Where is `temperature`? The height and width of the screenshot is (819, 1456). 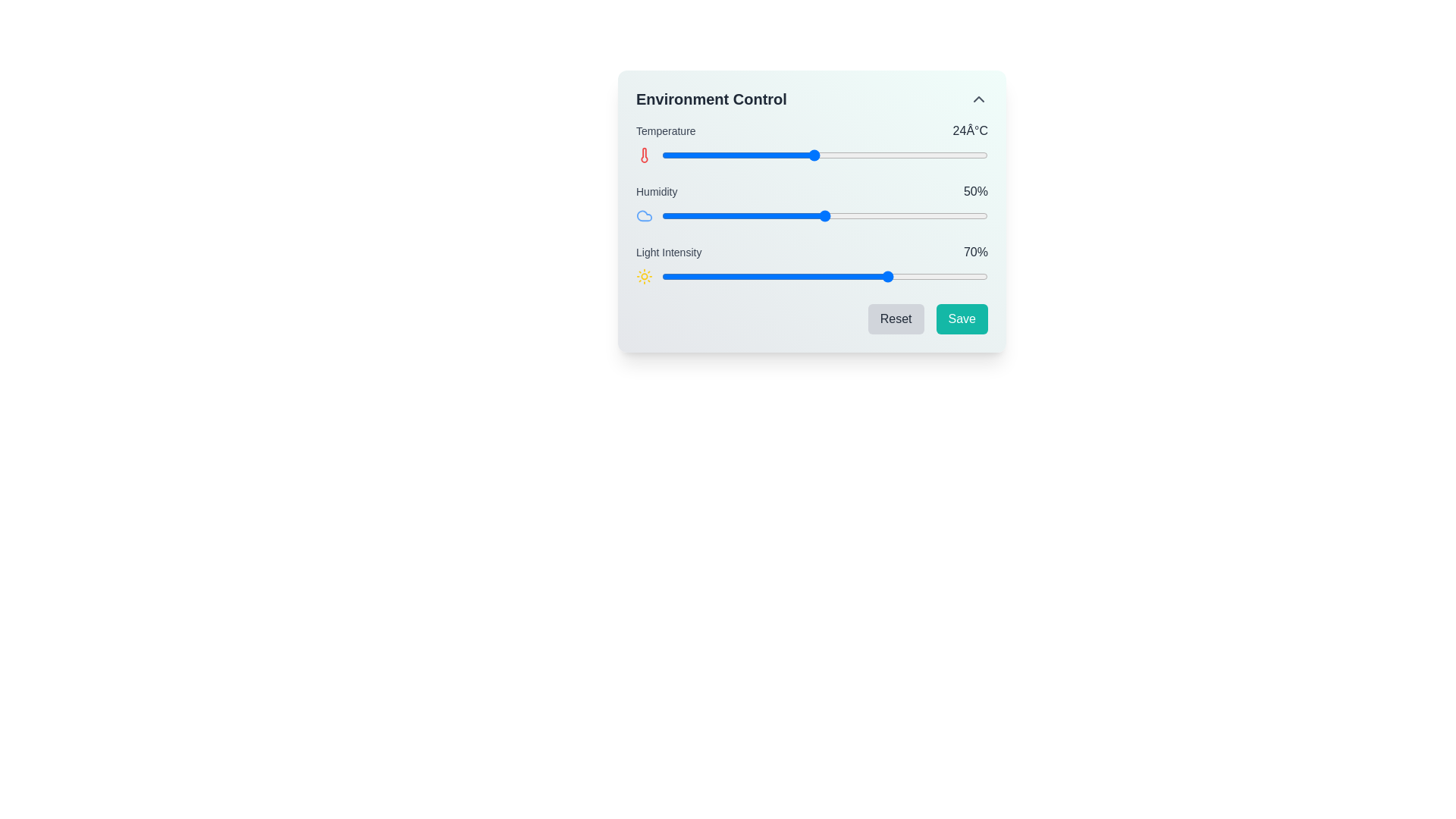
temperature is located at coordinates (922, 155).